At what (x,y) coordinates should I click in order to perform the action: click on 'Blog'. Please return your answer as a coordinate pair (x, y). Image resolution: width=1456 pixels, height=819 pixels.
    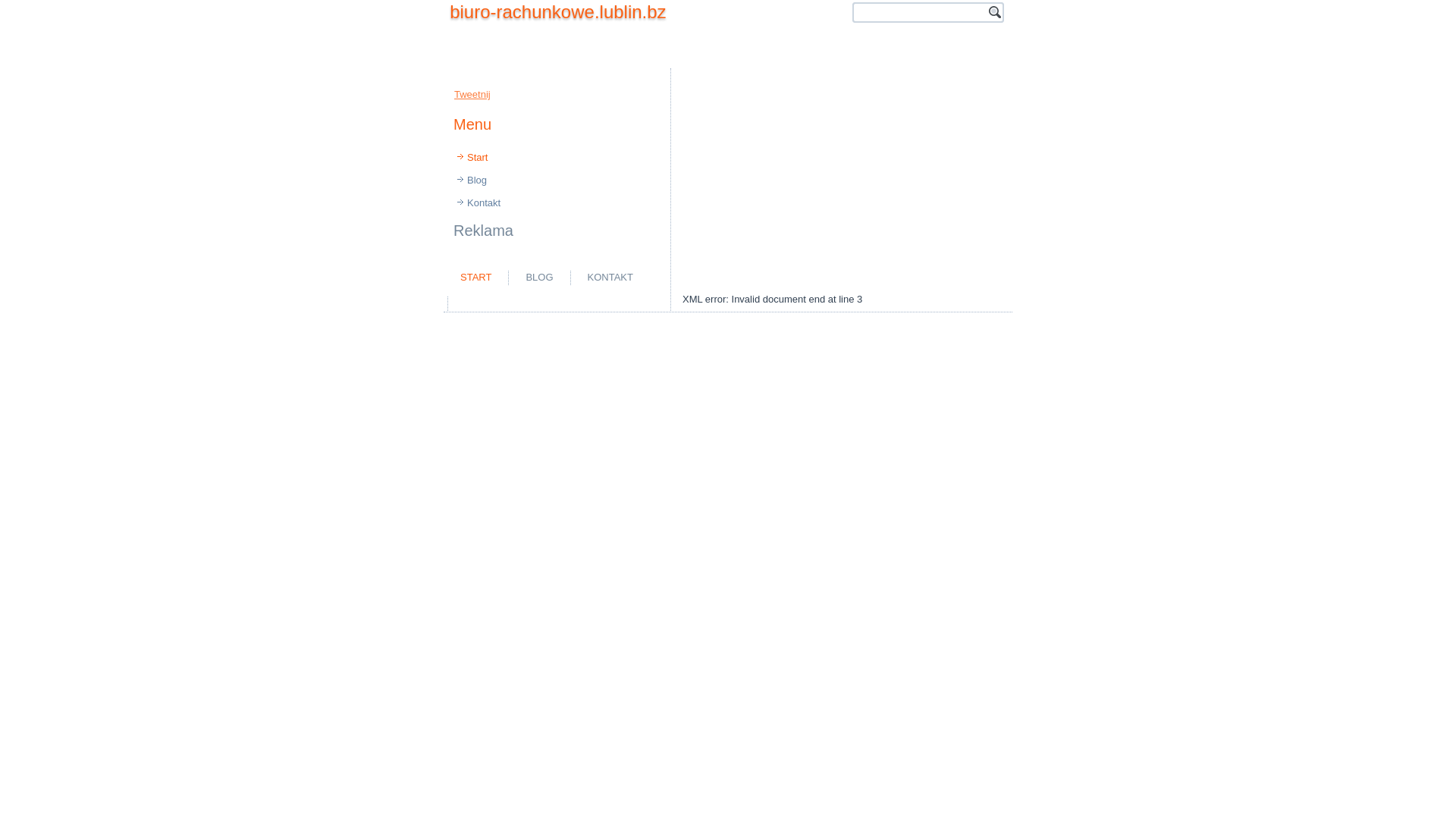
    Looking at the image, I should click on (445, 180).